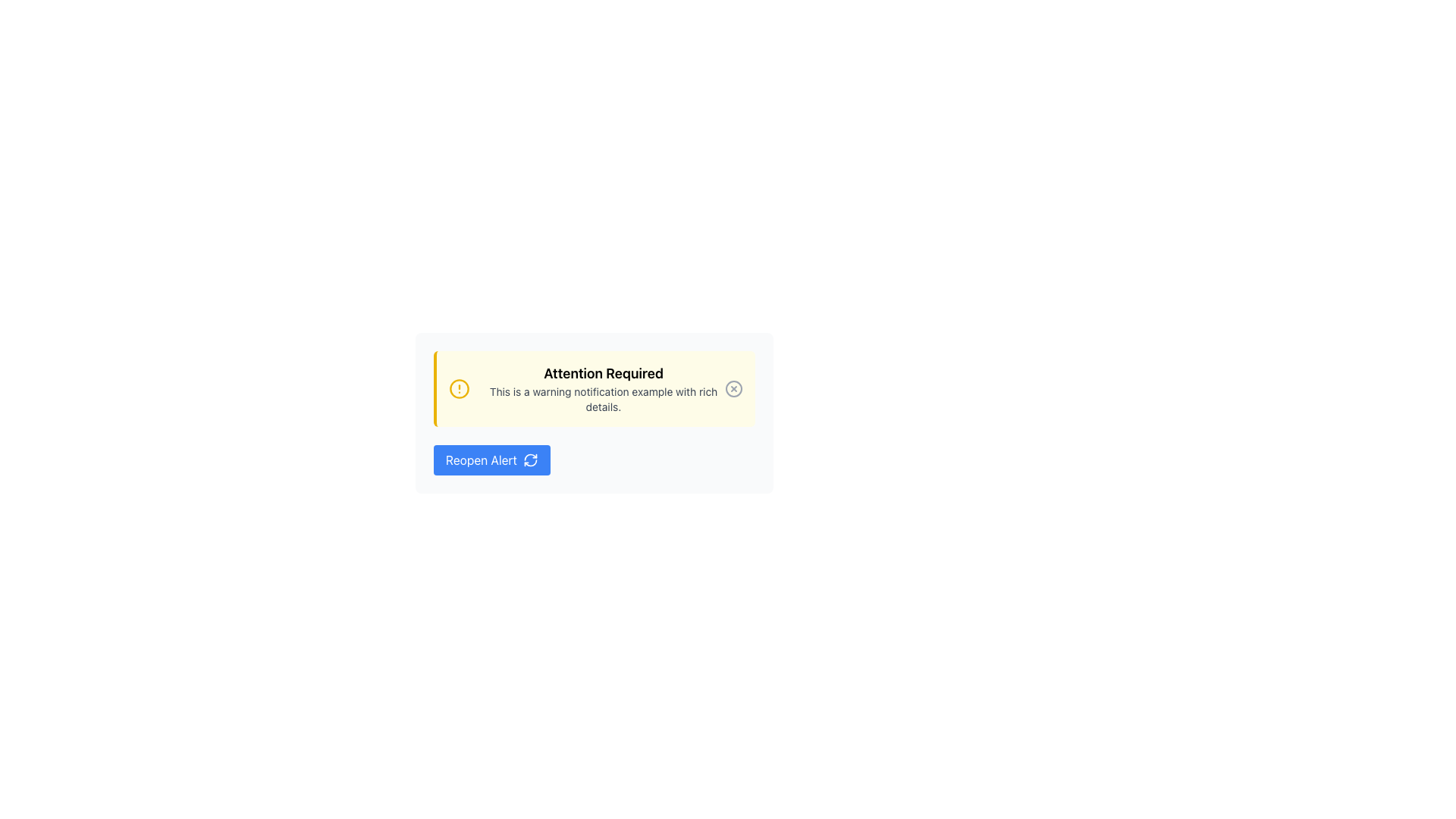  I want to click on the supporting text element located below the title 'Attention Required' in the notification card, so click(603, 399).